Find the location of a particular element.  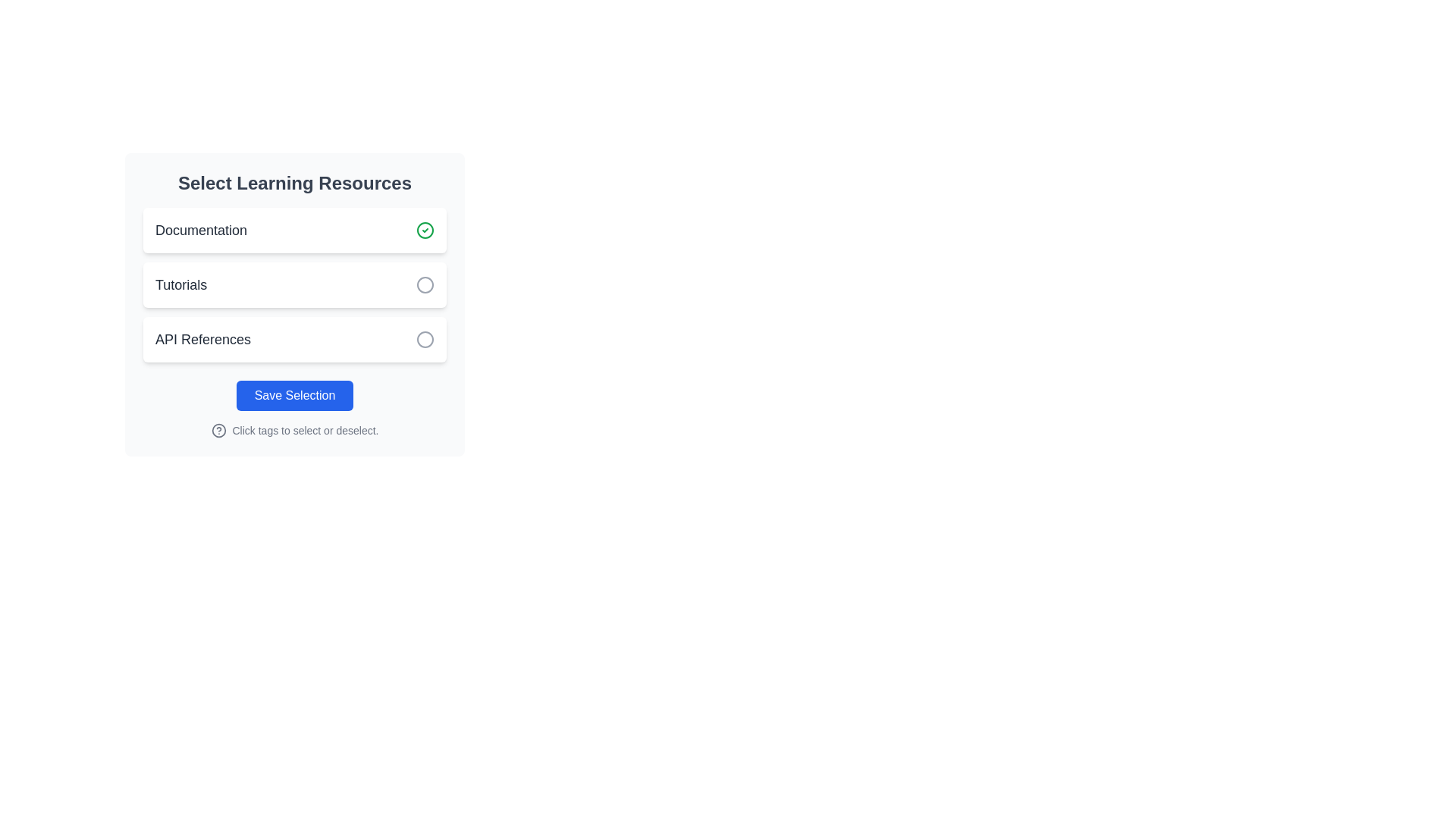

the Header text element that serves as the title for the card, located at the top of the card layout is located at coordinates (294, 183).